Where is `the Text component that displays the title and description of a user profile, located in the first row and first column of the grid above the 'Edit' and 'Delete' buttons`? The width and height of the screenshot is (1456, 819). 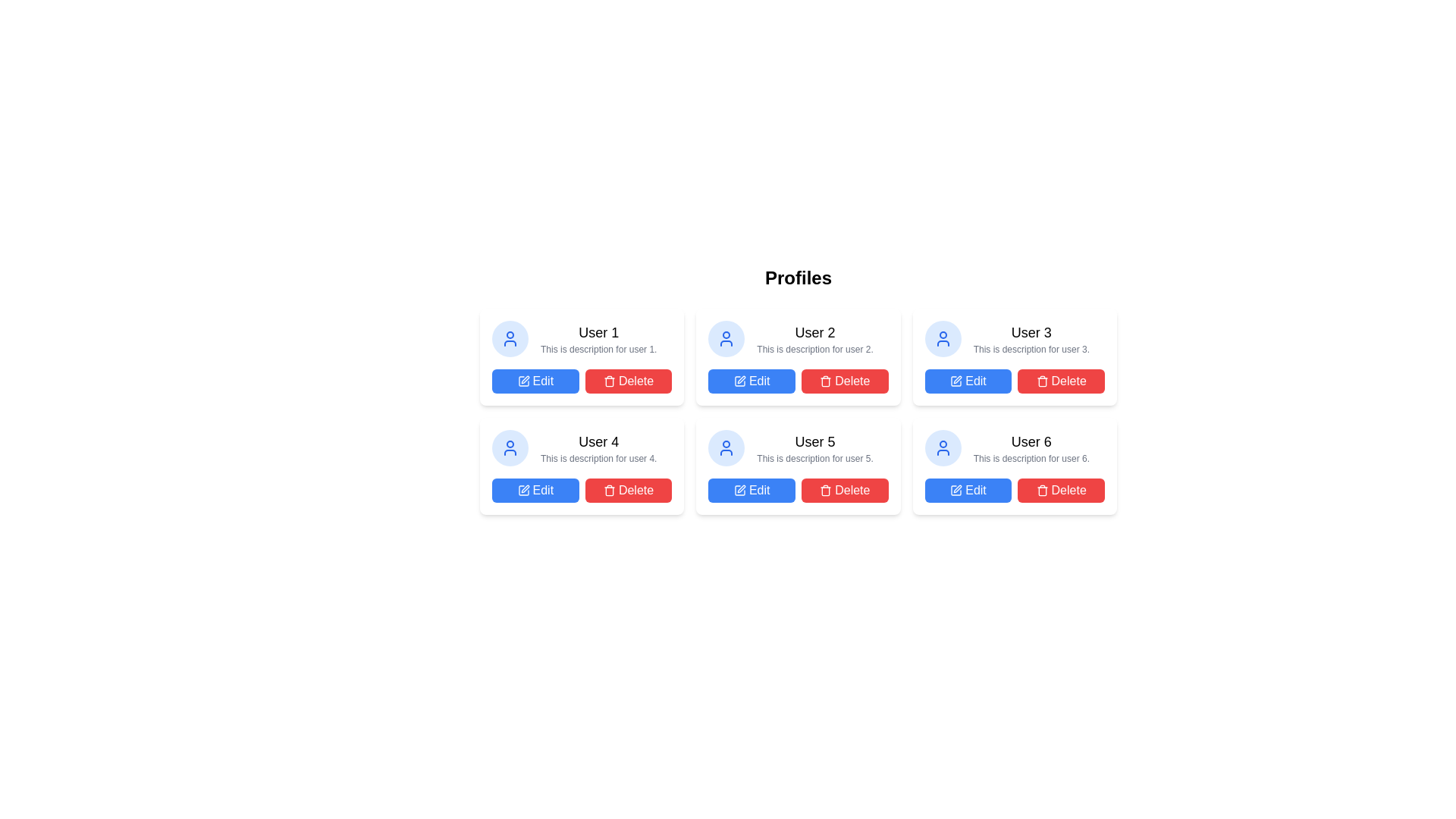
the Text component that displays the title and description of a user profile, located in the first row and first column of the grid above the 'Edit' and 'Delete' buttons is located at coordinates (581, 338).